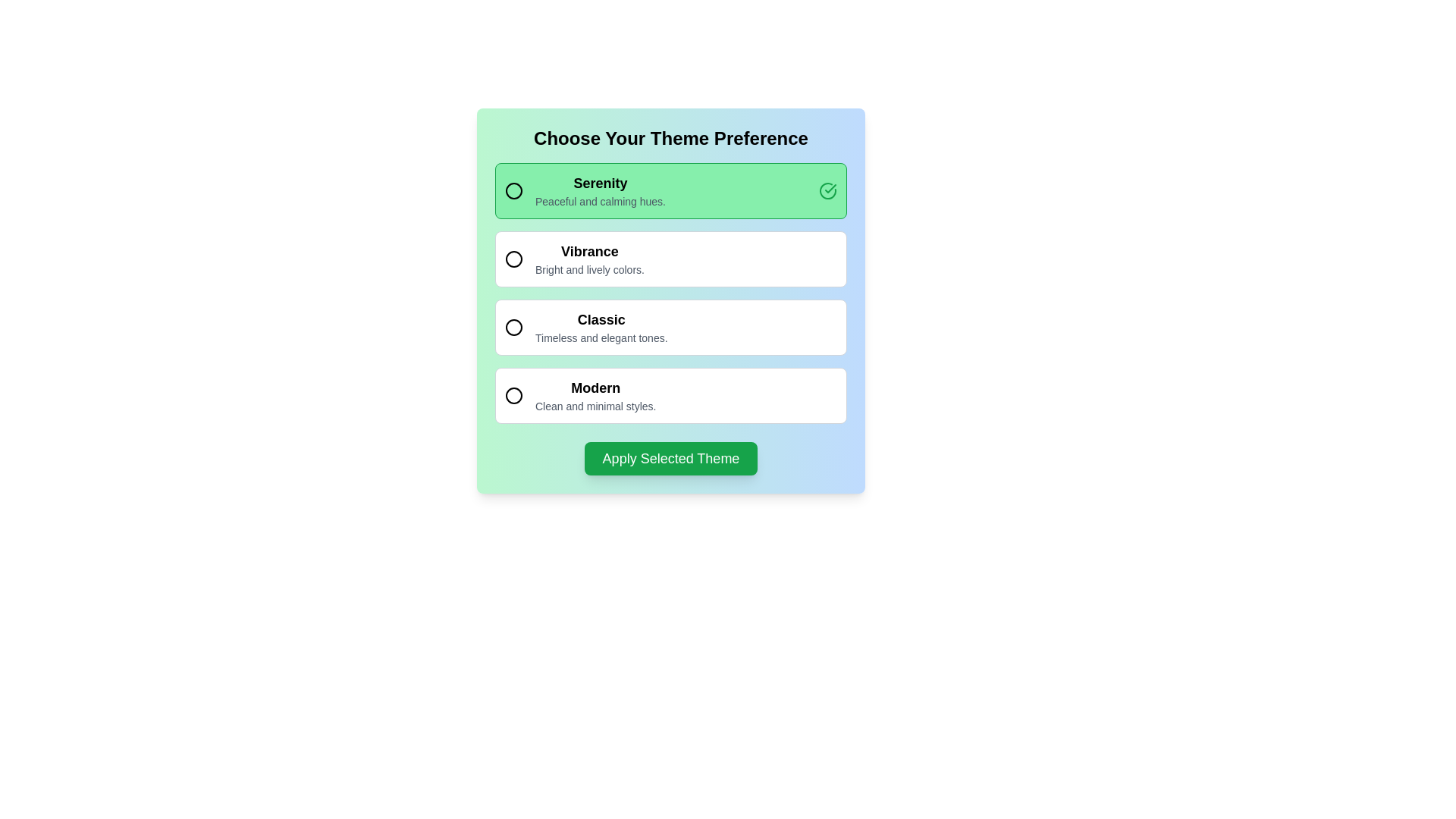 The width and height of the screenshot is (1456, 819). Describe the element at coordinates (513, 259) in the screenshot. I see `the circular indicator element associated with the 'Vibrance' theme option by clicking on it` at that location.